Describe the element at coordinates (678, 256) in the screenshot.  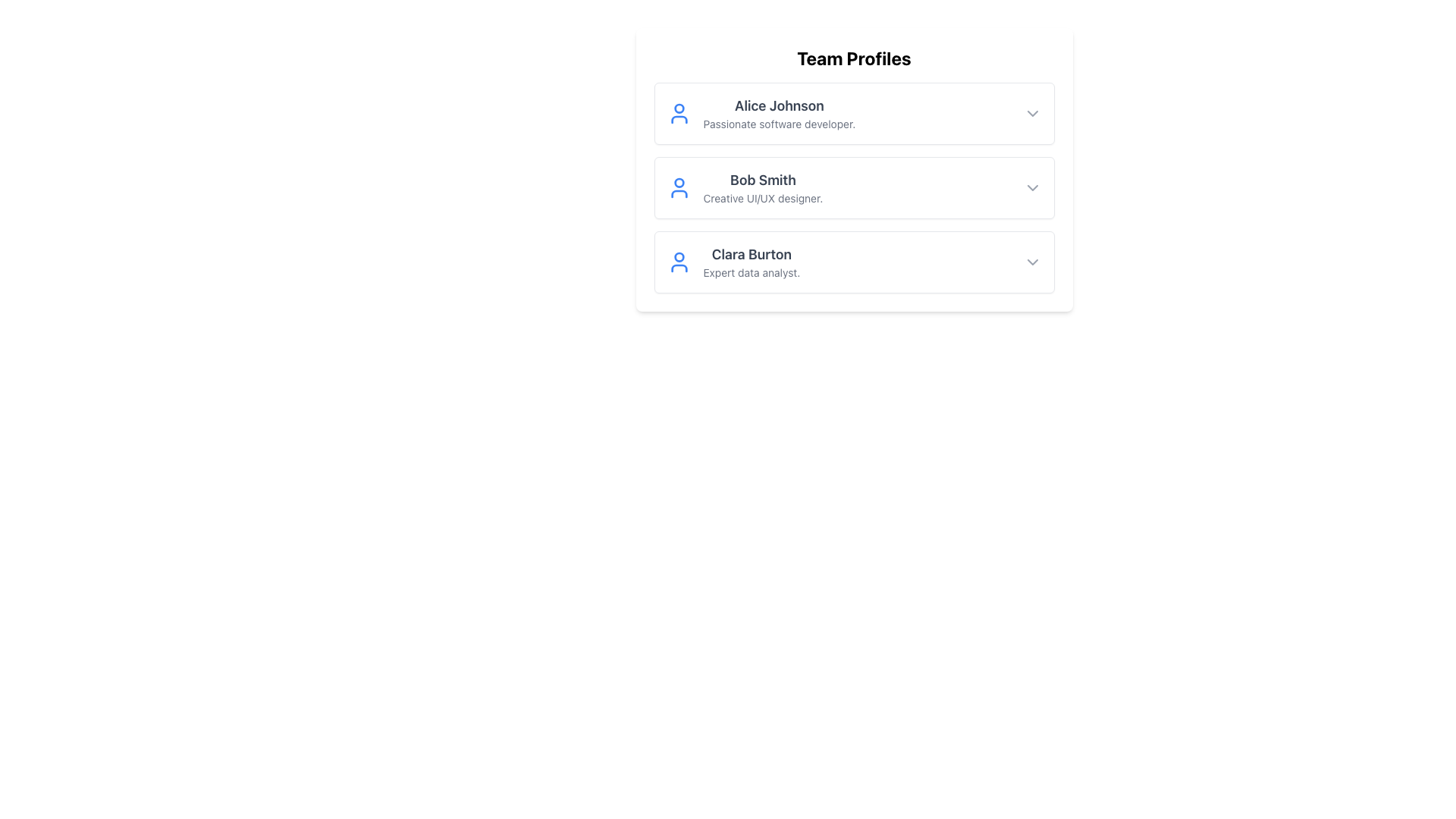
I see `the small circular shape inside the user icon next to 'Clara Burton' in the 'Team Profiles' section` at that location.